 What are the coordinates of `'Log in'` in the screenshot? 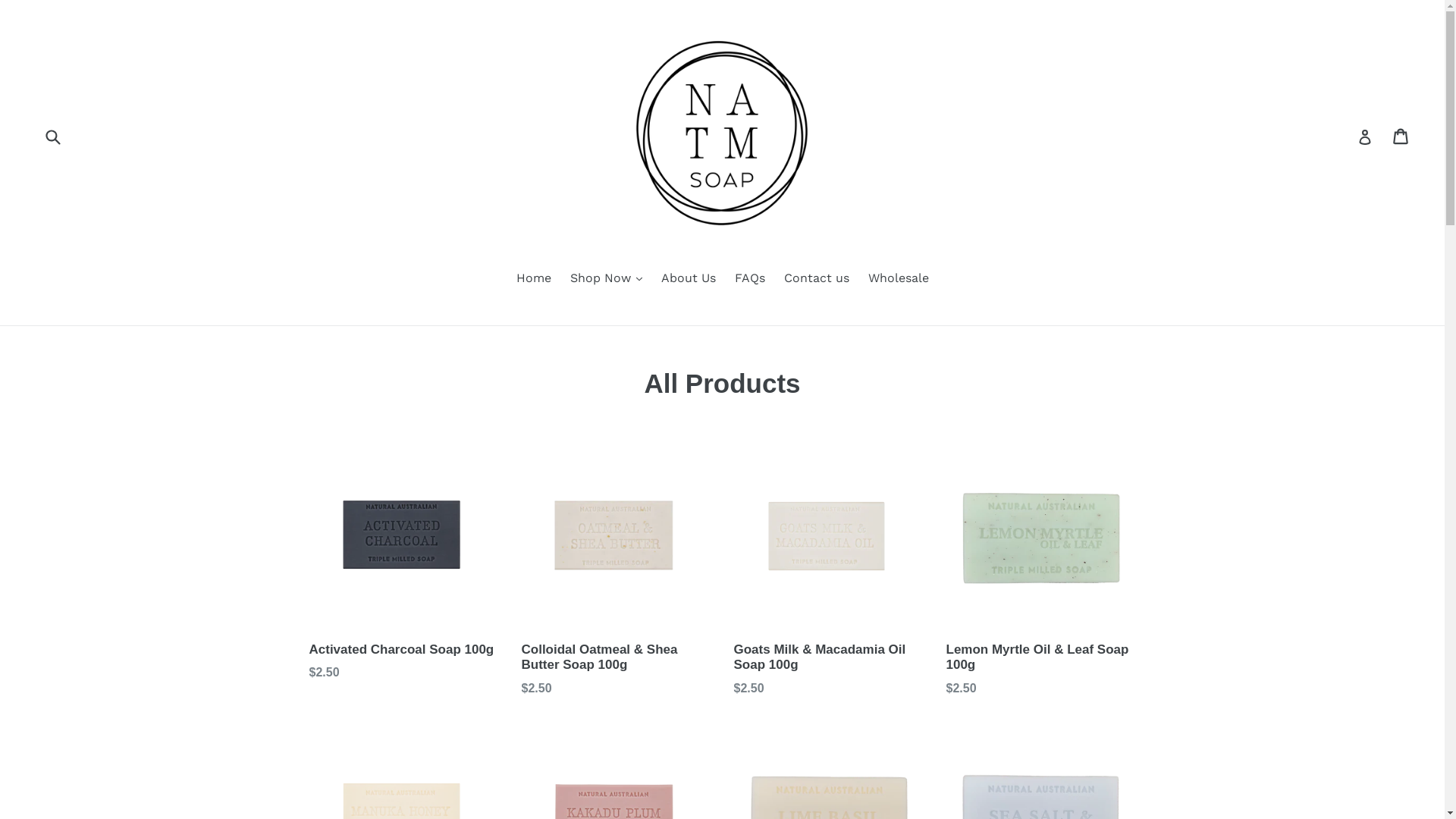 It's located at (1365, 136).